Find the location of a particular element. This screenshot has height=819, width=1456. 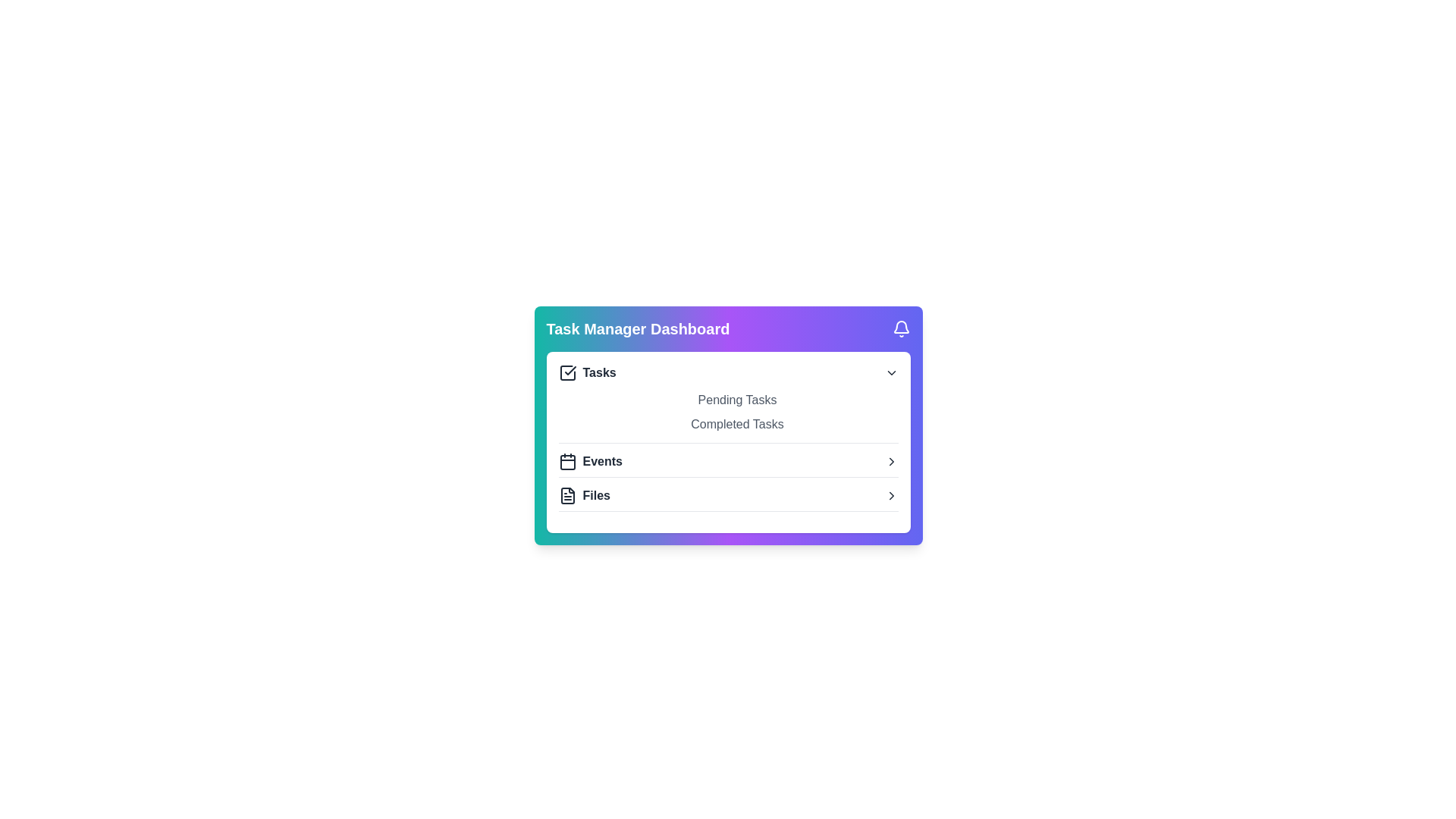

the clickable row labeled 'Files', which contains document and chevron icons is located at coordinates (728, 499).